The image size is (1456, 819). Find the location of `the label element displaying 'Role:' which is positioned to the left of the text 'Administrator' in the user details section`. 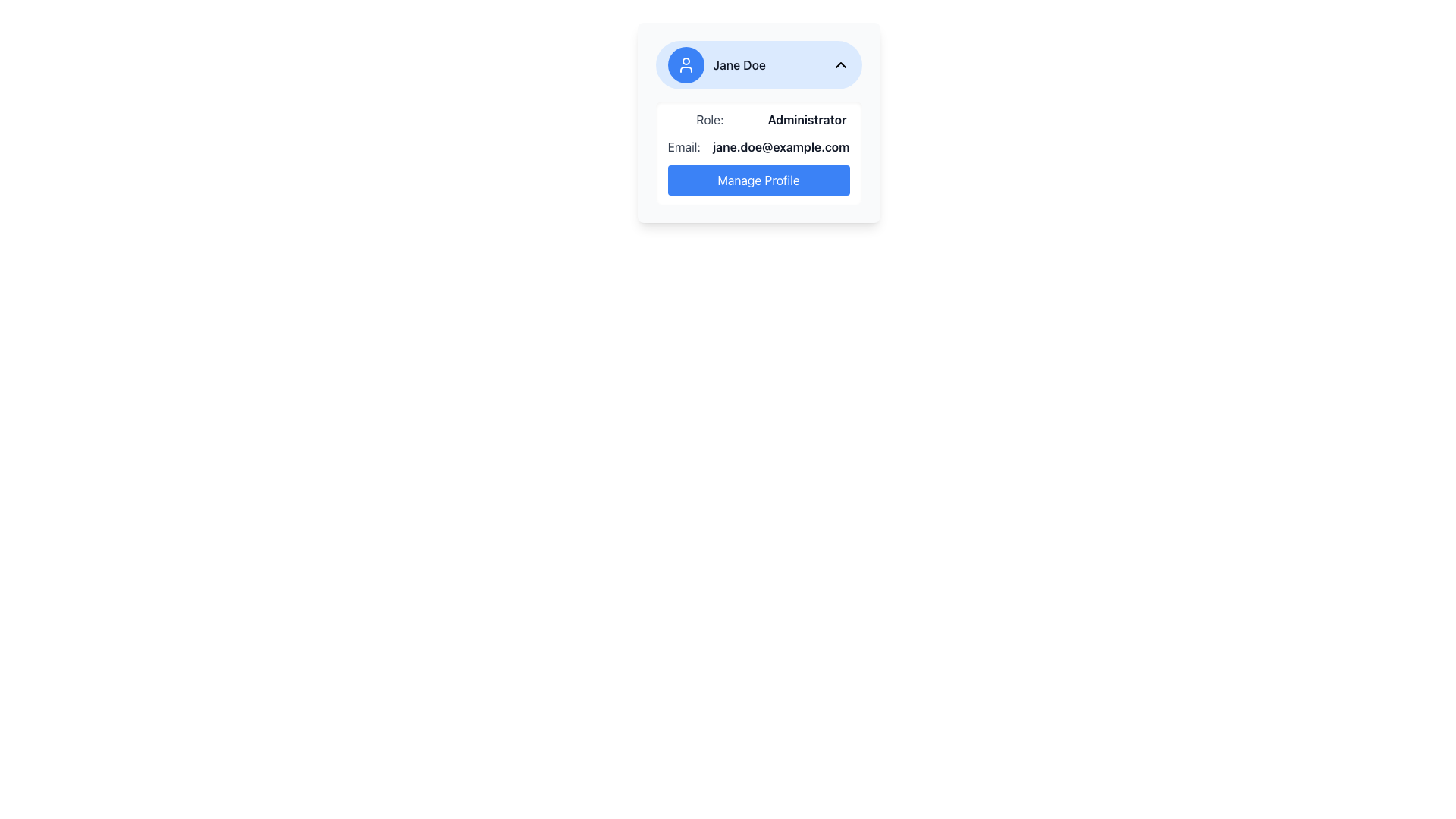

the label element displaying 'Role:' which is positioned to the left of the text 'Administrator' in the user details section is located at coordinates (709, 119).